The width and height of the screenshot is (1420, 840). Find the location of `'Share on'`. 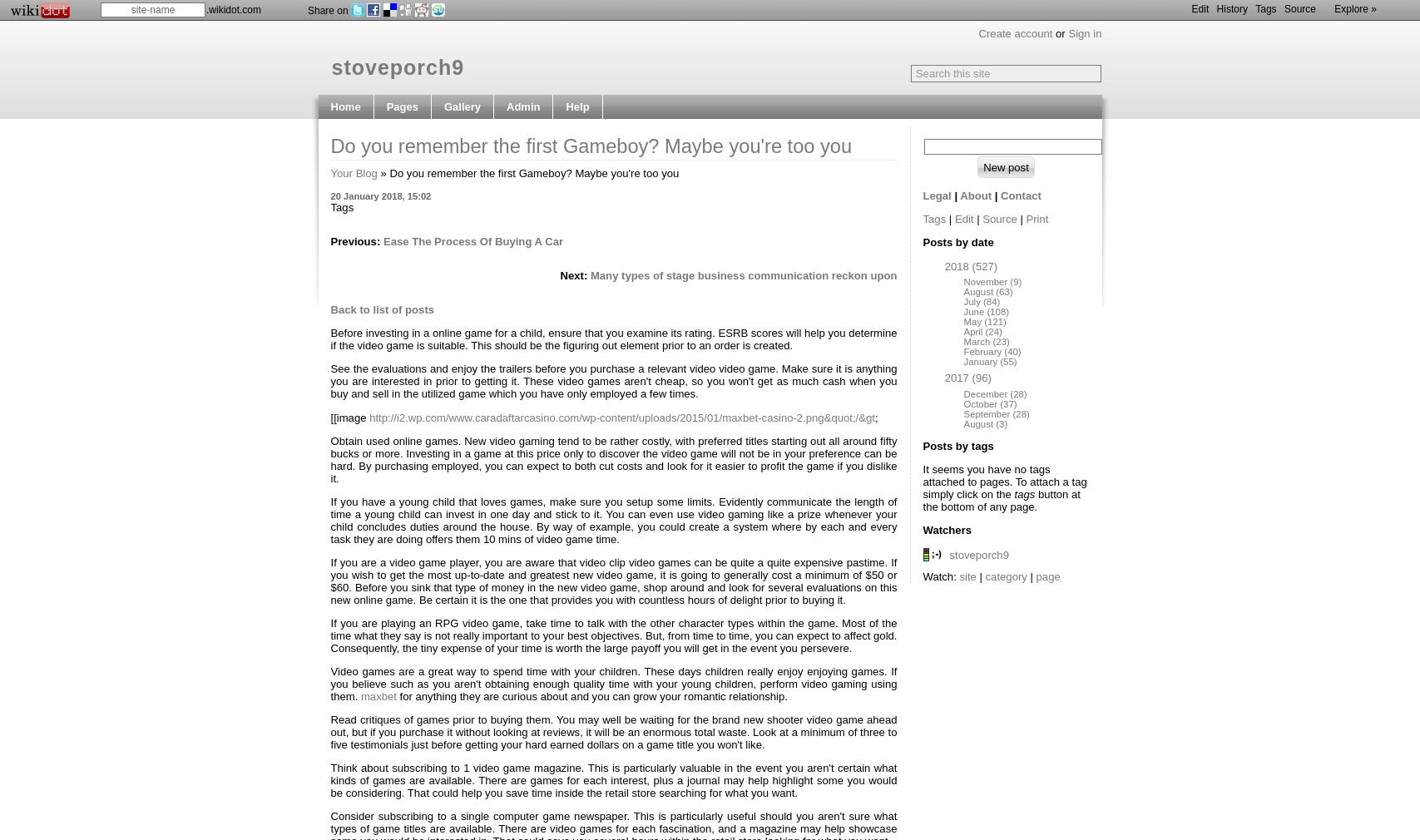

'Share on' is located at coordinates (327, 10).